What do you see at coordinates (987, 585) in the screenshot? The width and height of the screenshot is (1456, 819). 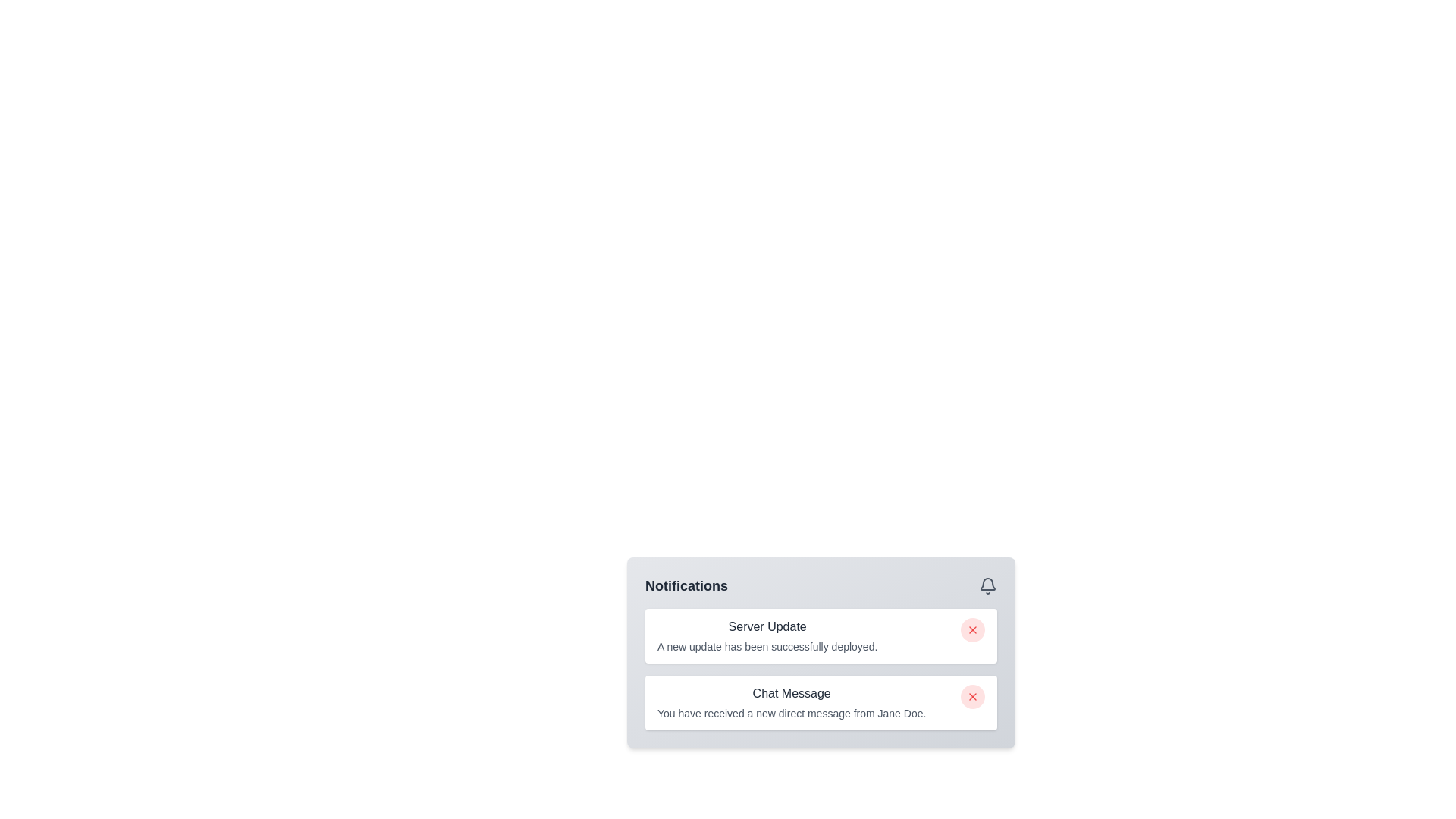 I see `the notification icon located at the top-right corner of the 'Notifications' section` at bounding box center [987, 585].